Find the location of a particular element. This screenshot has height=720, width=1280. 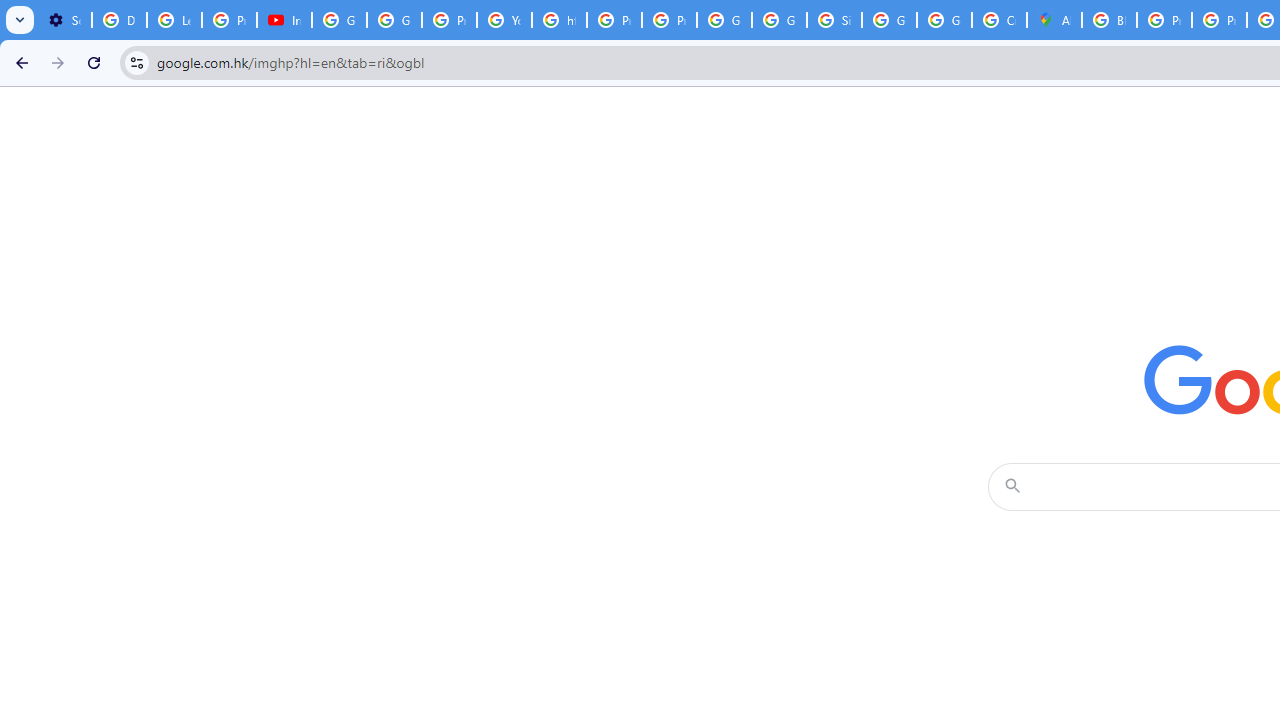

'Create your Google Account' is located at coordinates (999, 20).